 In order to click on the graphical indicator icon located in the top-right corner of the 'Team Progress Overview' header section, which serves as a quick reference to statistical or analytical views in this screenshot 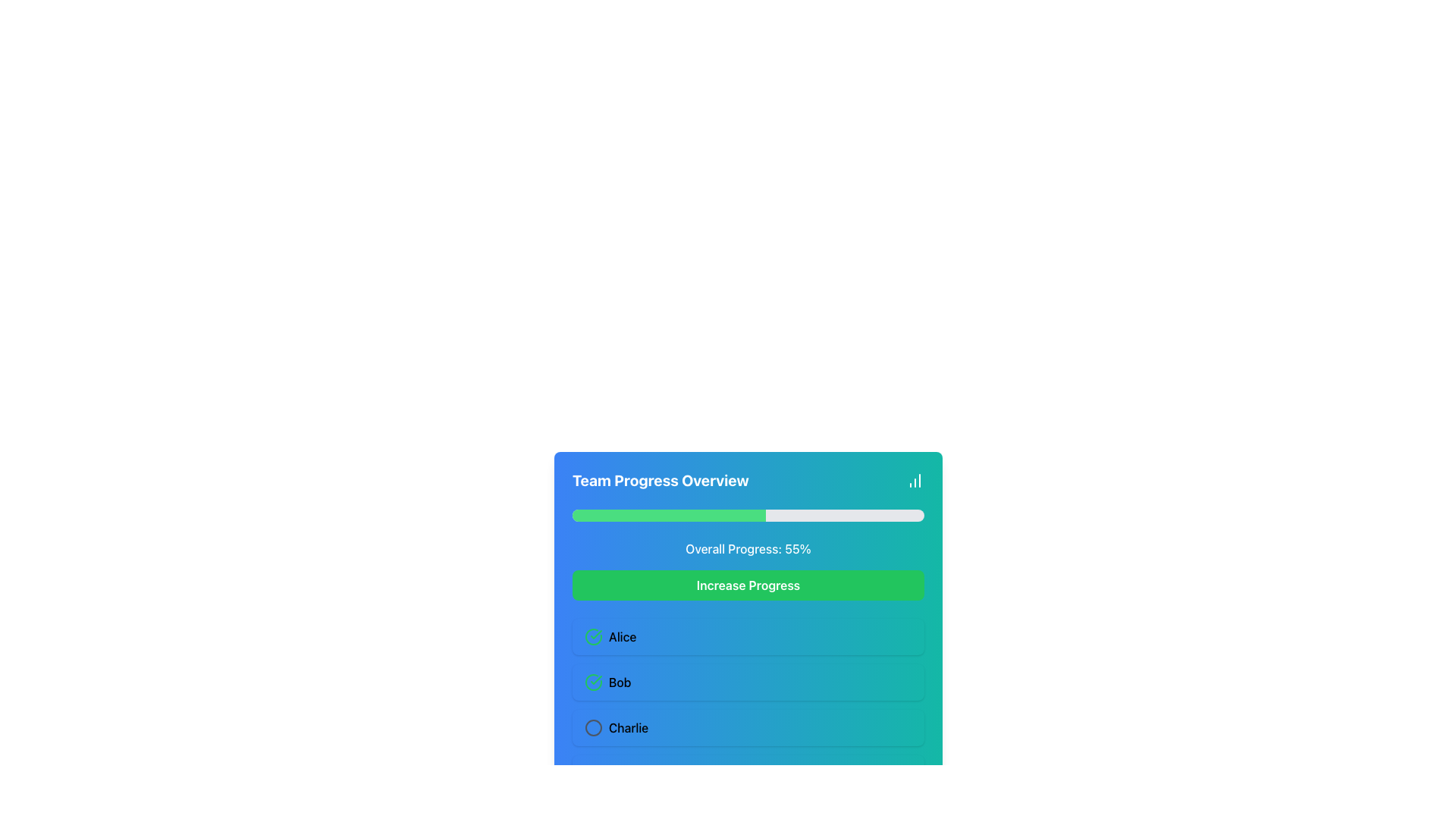, I will do `click(914, 480)`.